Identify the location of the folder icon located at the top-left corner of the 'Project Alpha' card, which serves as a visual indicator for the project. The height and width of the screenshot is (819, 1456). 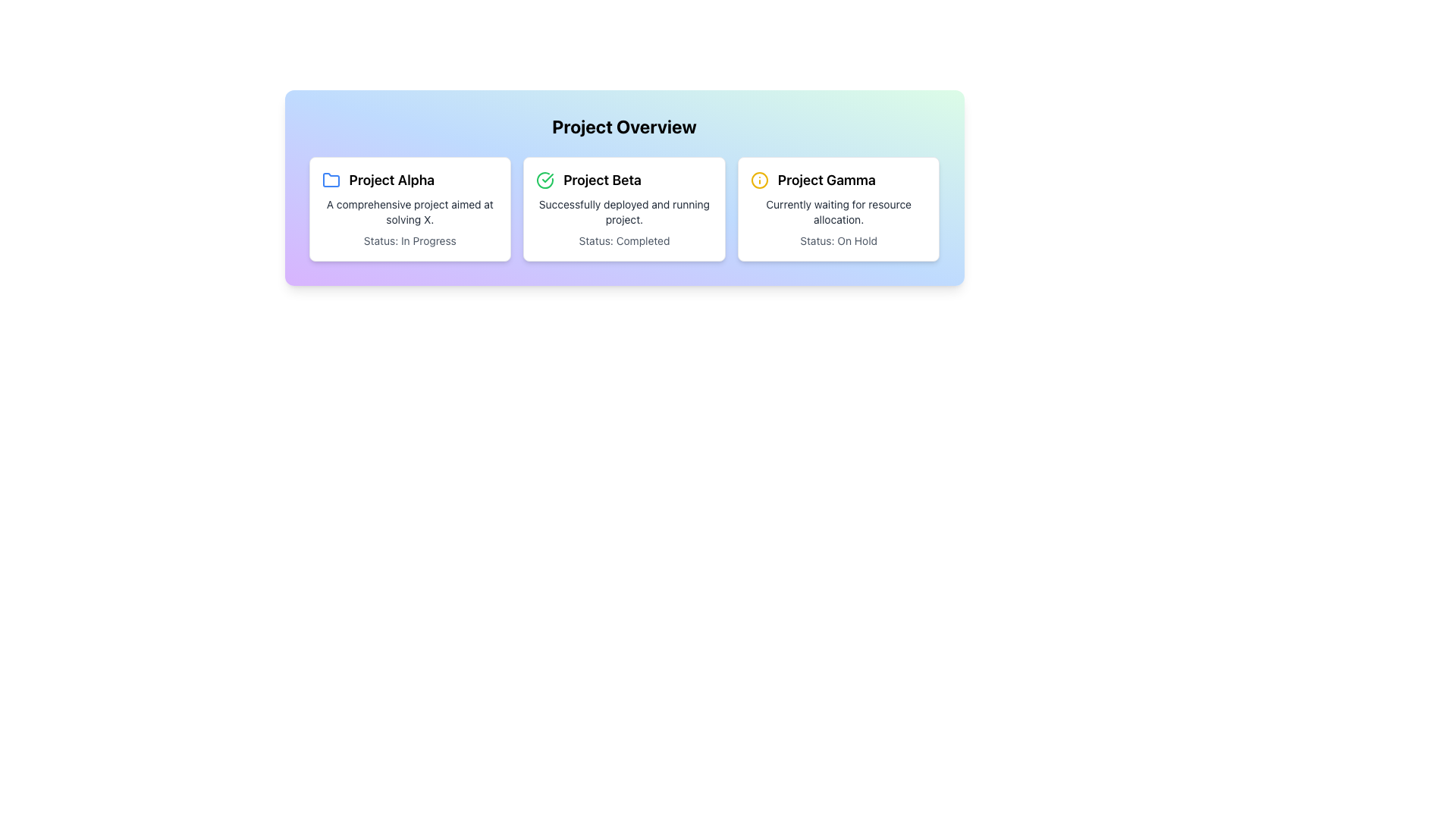
(330, 180).